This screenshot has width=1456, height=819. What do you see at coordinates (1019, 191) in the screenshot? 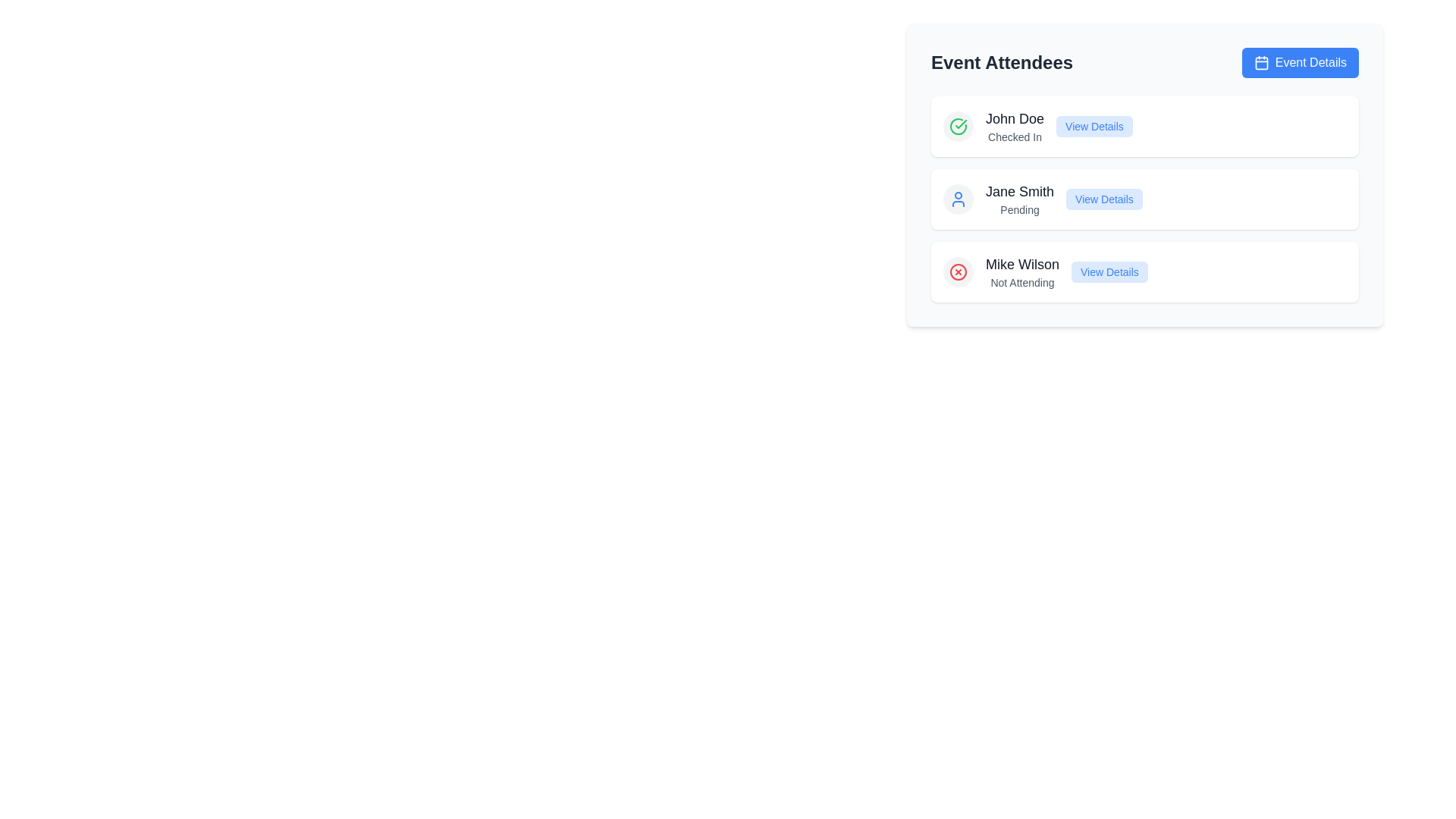
I see `text content of the 'Jane Smith' label, which is displayed in a large, bold, dark grey font above the text 'Pending'` at bounding box center [1019, 191].